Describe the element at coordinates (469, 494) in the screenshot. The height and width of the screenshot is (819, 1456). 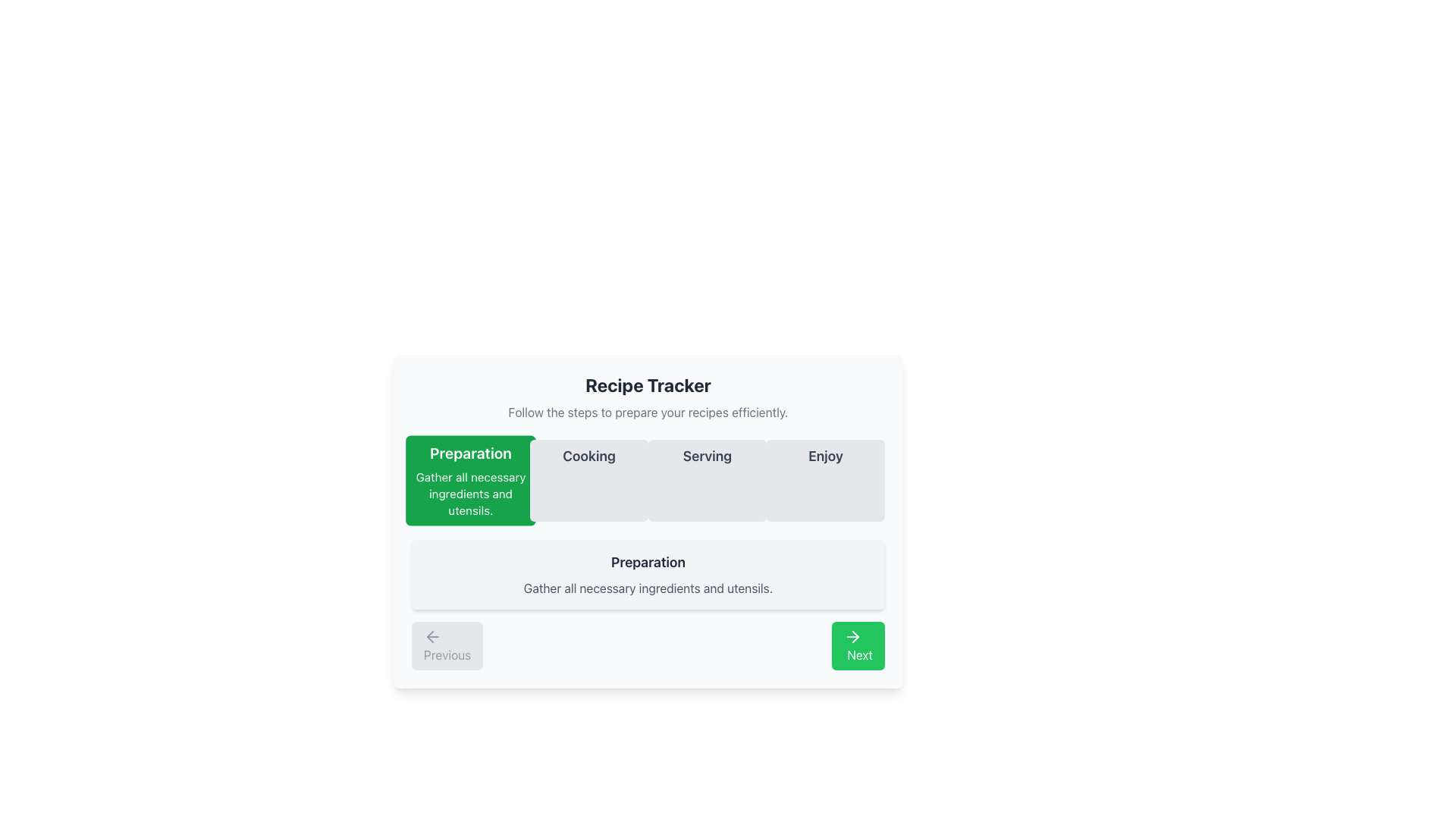
I see `displayed information from the text label located inside the green square button with rounded corners, positioned below the 'Preparation' text in the Recipe Tracker interface` at that location.